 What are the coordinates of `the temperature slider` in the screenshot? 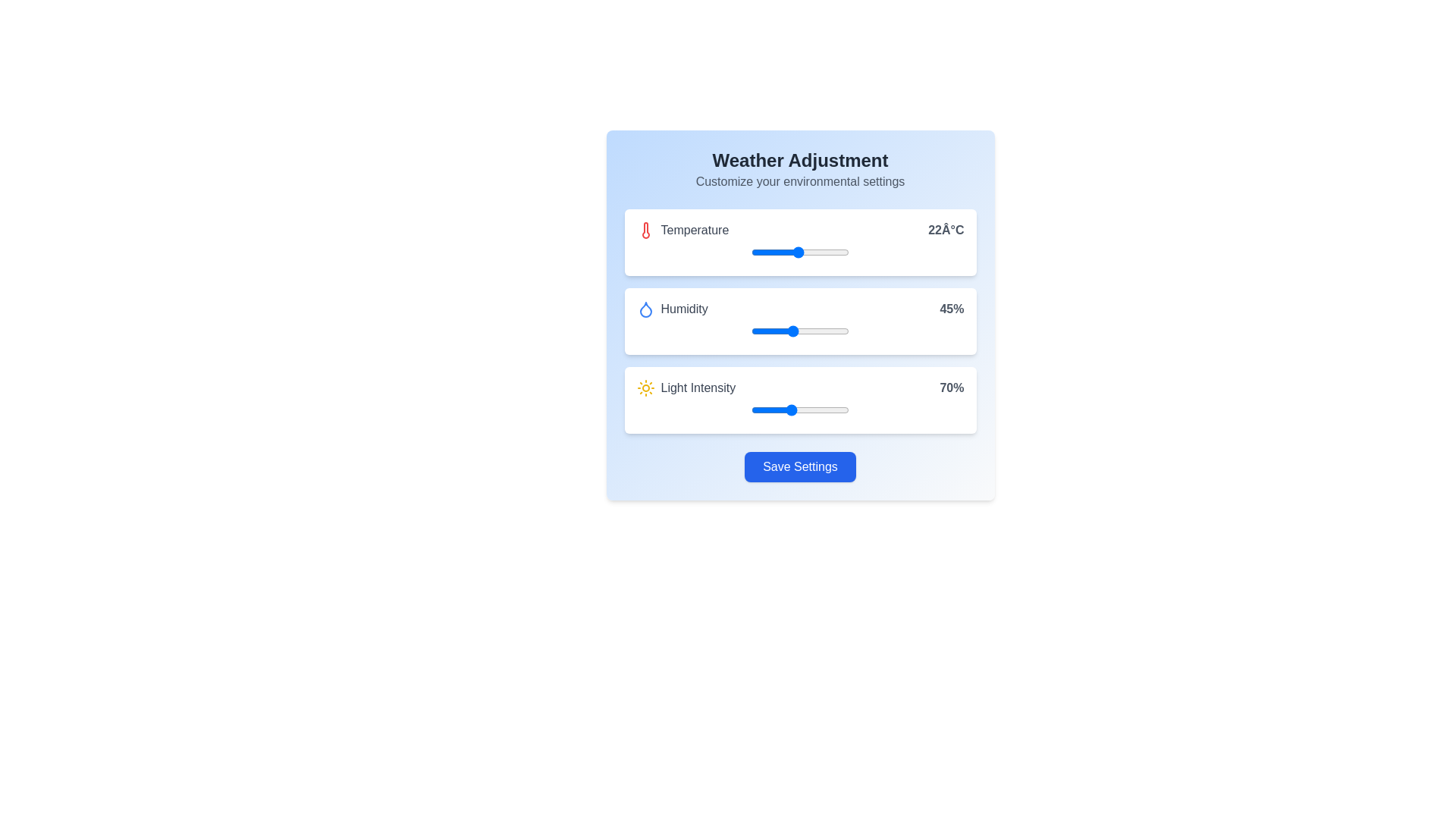 It's located at (809, 251).